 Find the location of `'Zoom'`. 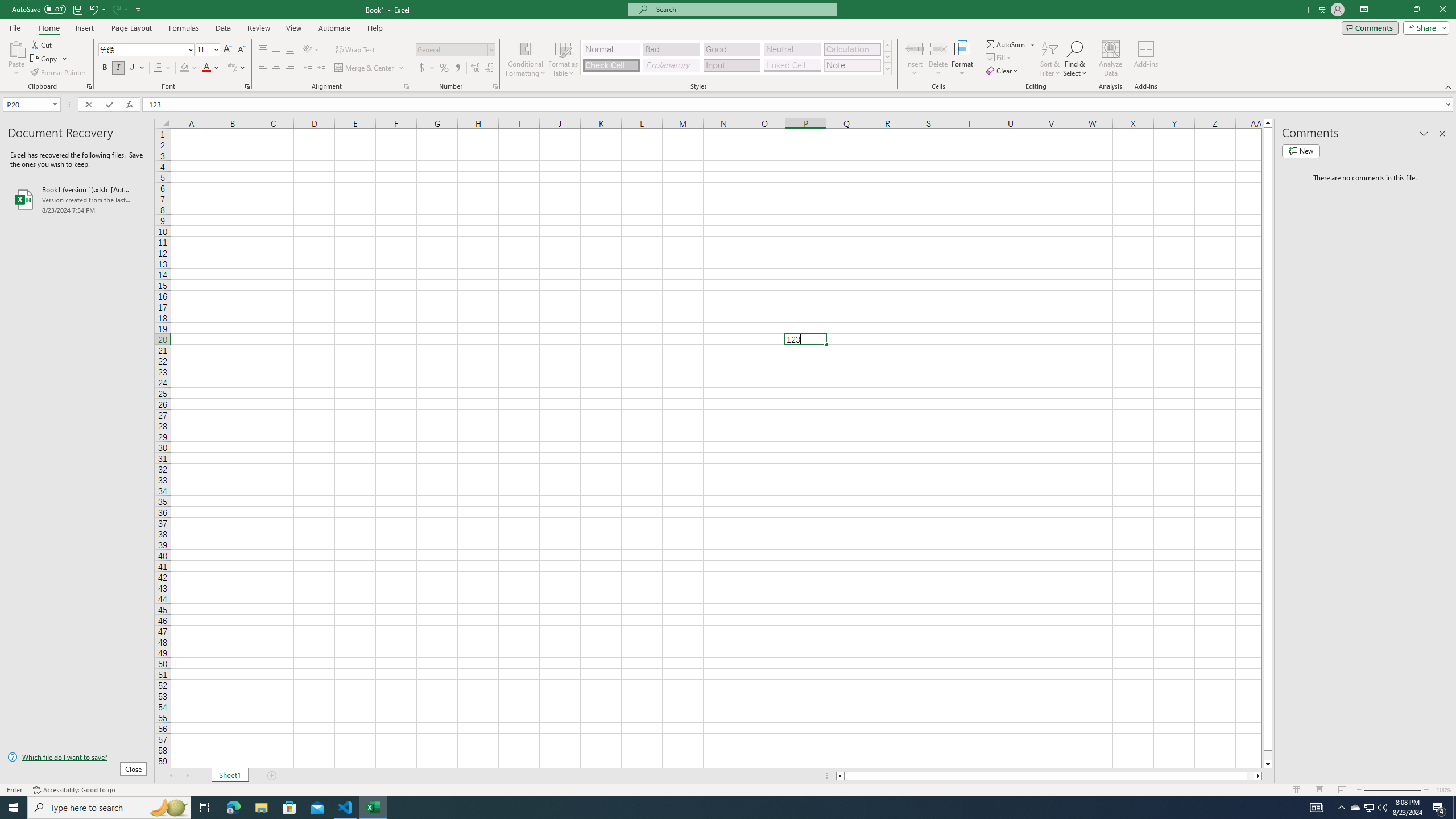

'Zoom' is located at coordinates (1392, 790).